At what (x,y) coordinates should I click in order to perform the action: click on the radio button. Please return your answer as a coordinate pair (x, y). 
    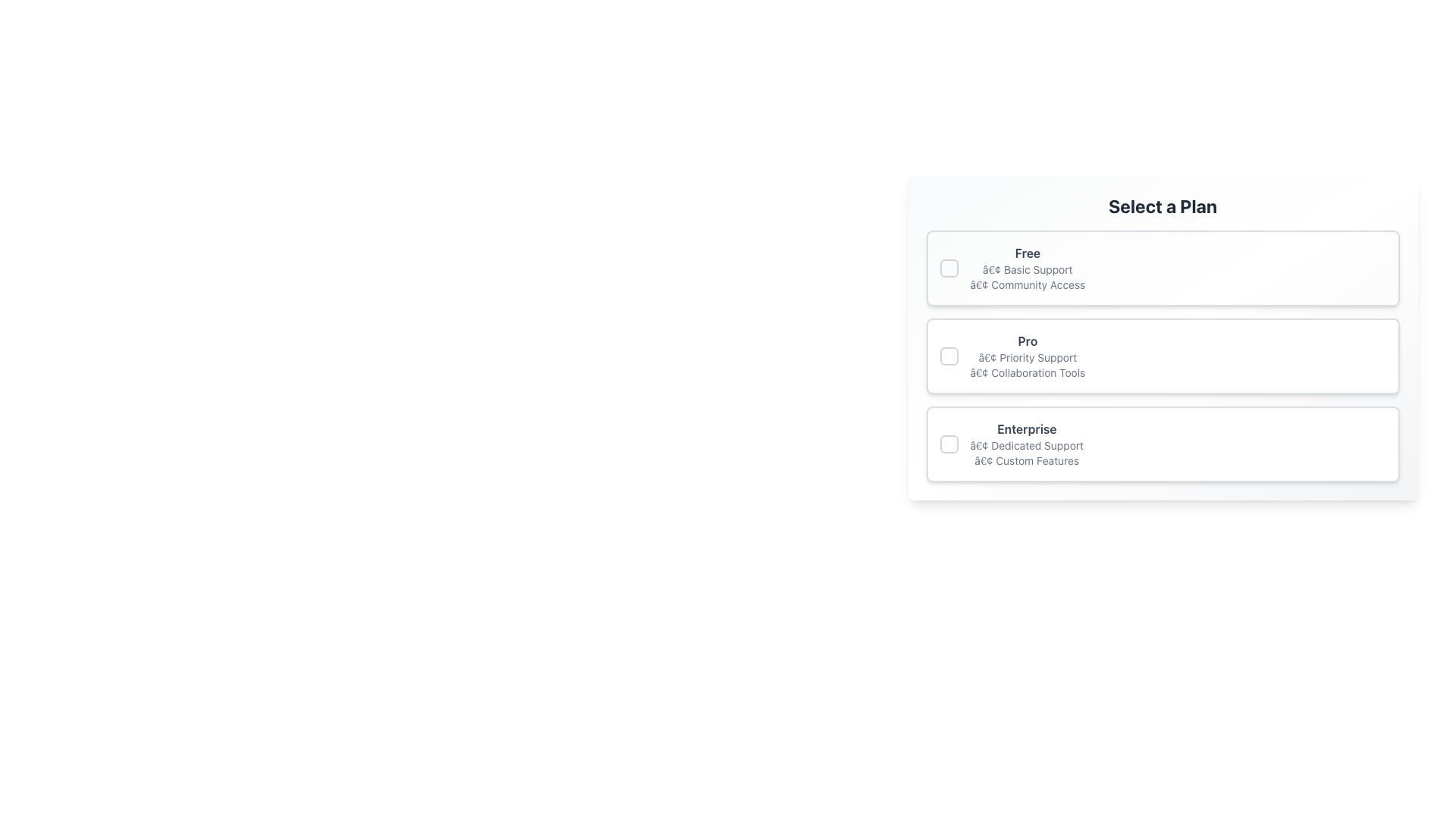
    Looking at the image, I should click on (948, 268).